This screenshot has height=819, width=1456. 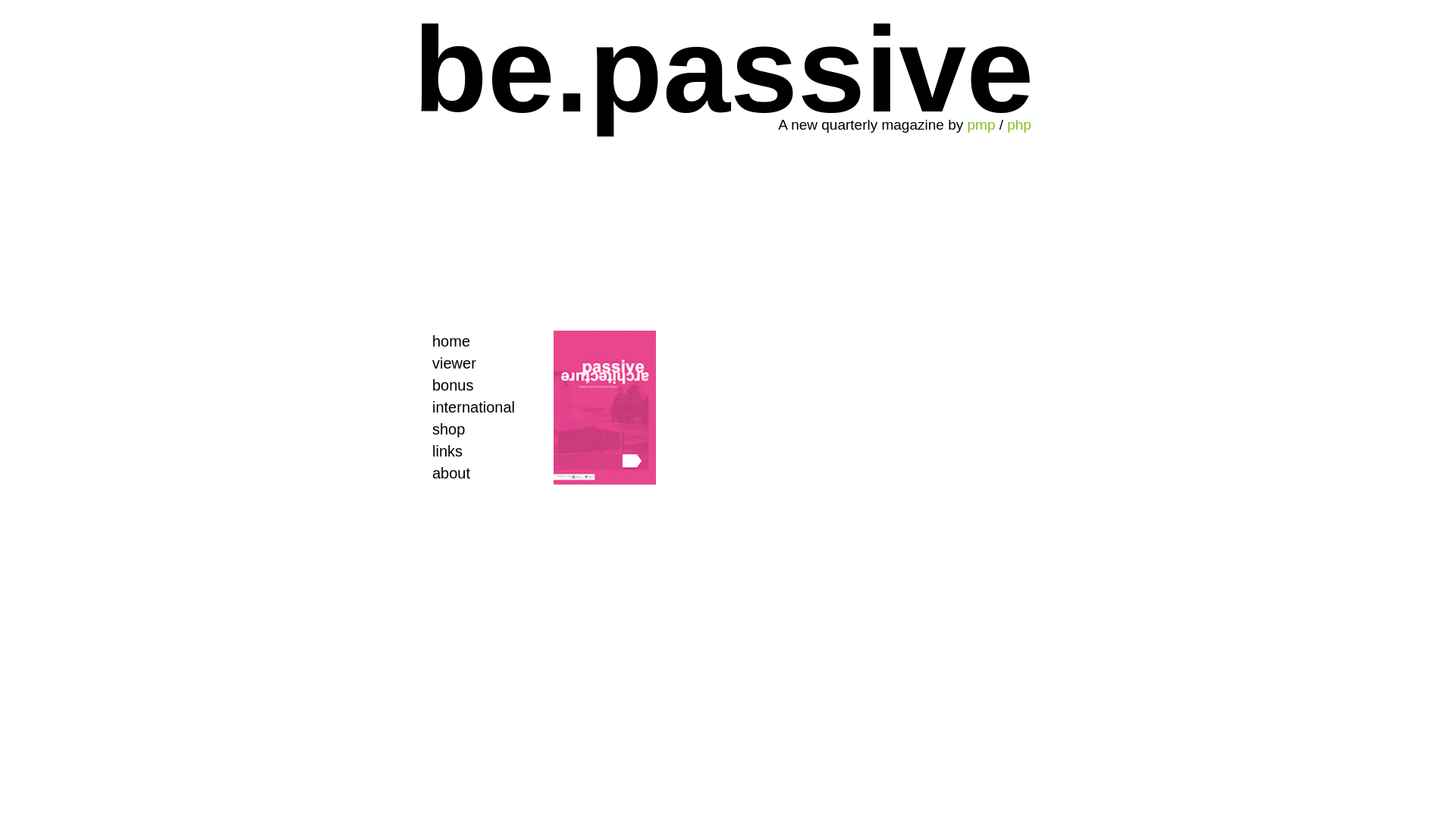 I want to click on 'about', so click(x=469, y=472).